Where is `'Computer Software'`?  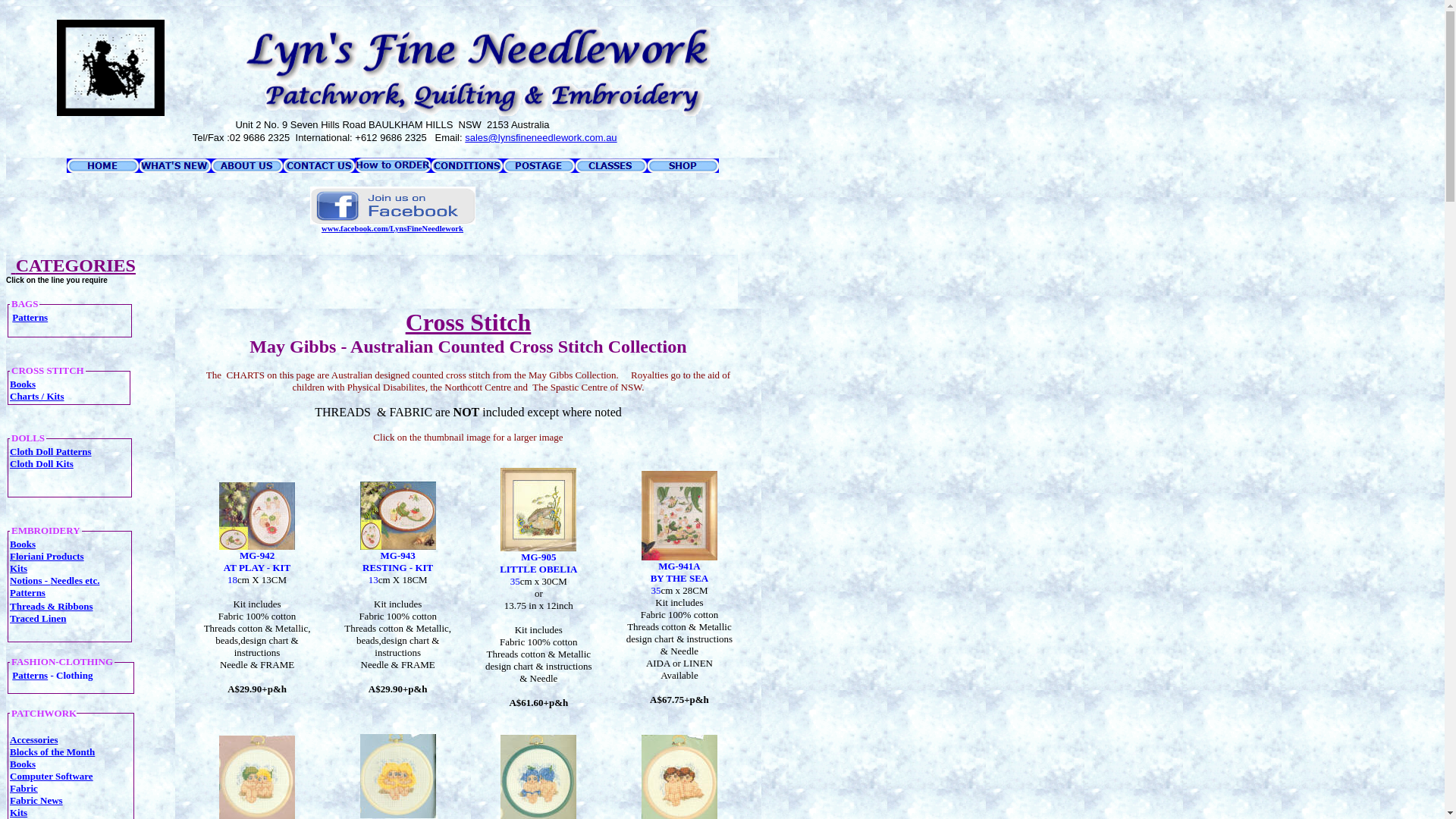
'Computer Software' is located at coordinates (10, 776).